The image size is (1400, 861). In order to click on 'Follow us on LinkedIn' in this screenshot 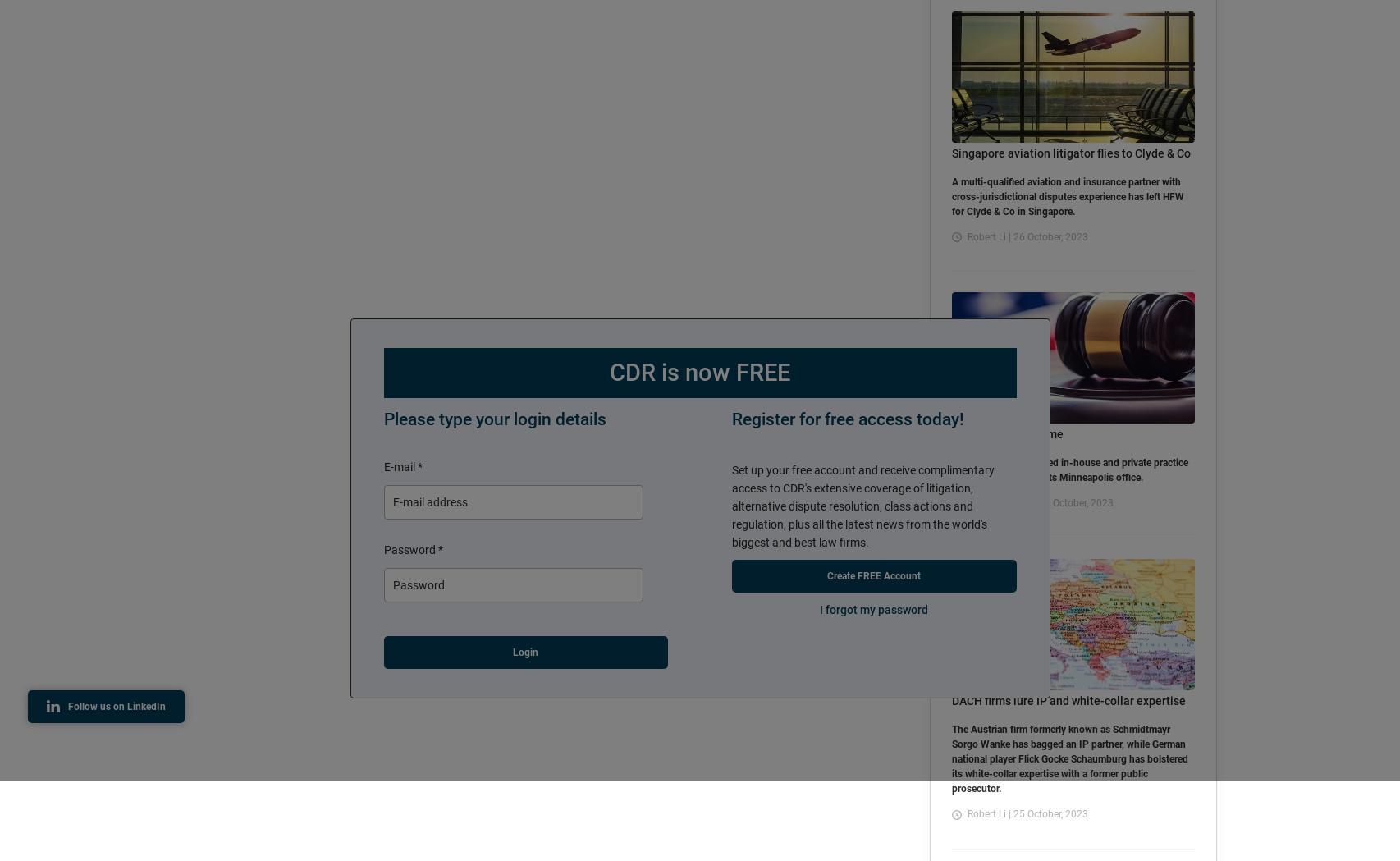, I will do `click(117, 707)`.